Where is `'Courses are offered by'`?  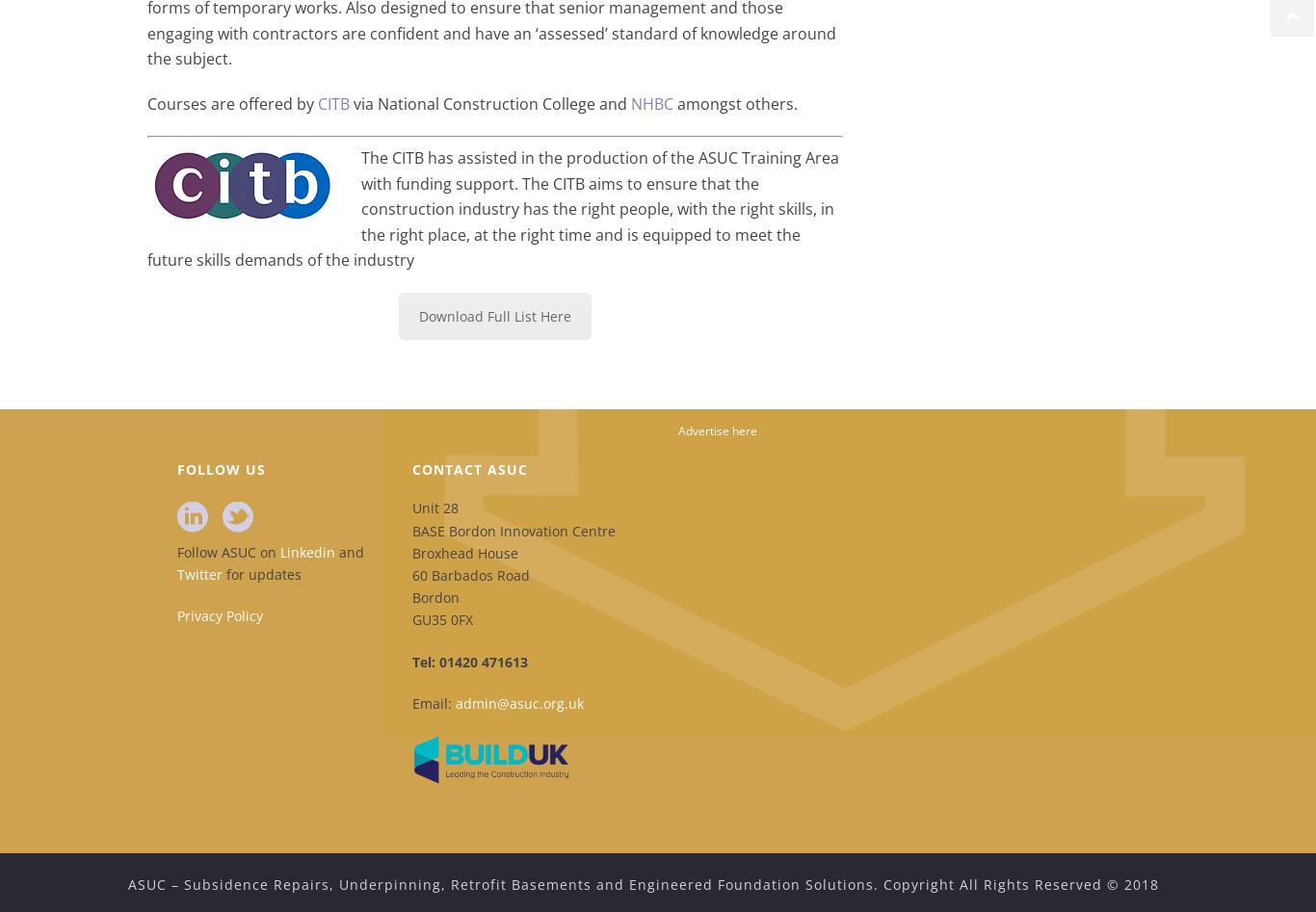 'Courses are offered by' is located at coordinates (232, 102).